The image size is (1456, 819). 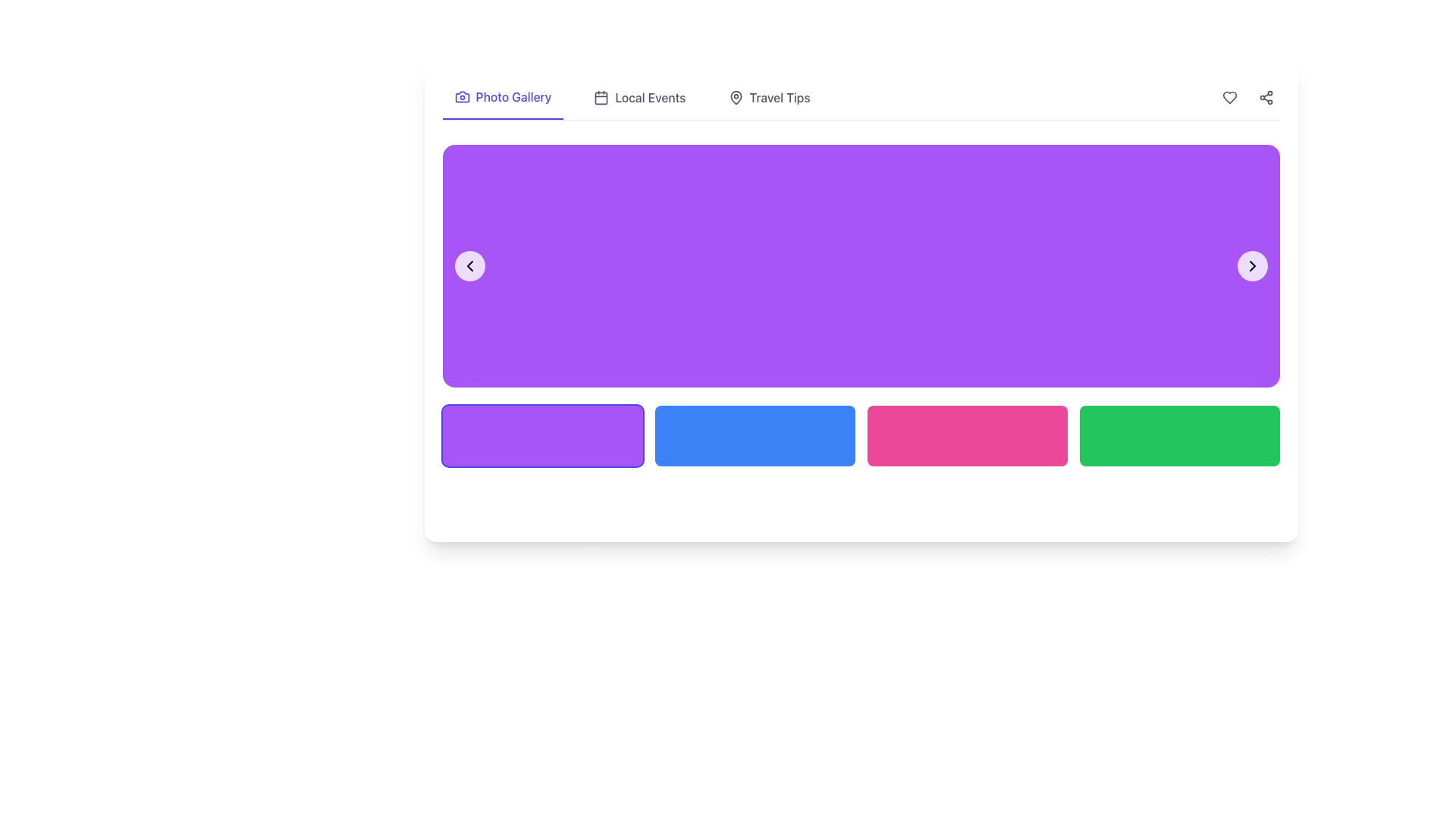 What do you see at coordinates (461, 96) in the screenshot?
I see `the 'Photo Gallery' icon located to the left of the 'Photo Gallery' text in the header section` at bounding box center [461, 96].